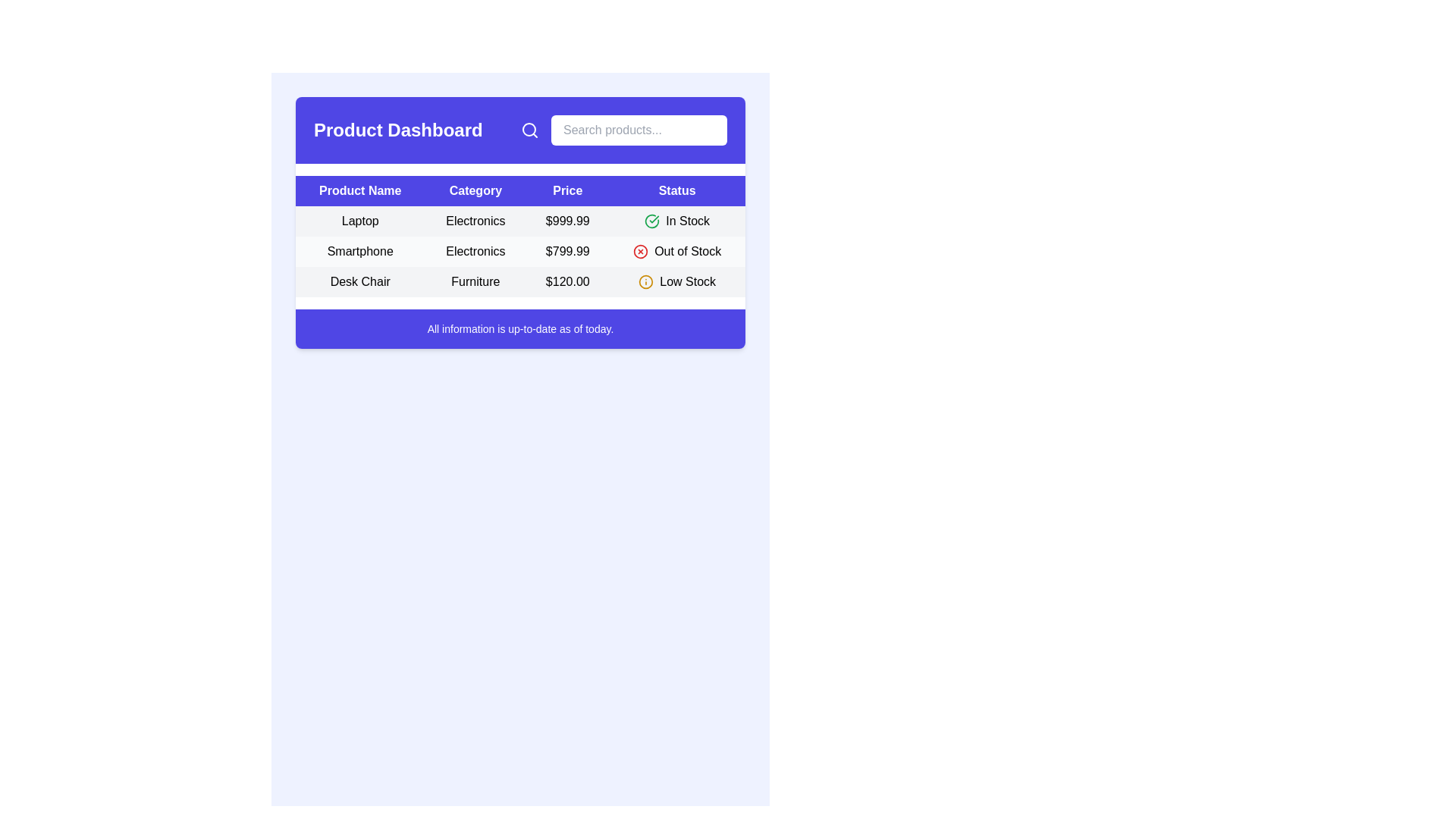 The height and width of the screenshot is (819, 1456). I want to click on the circular shape at the center of the search icon, which is part of the SVG representing a magnifying glass, located to the right of the 'Product Dashboard' title and to the left of the search bar, so click(529, 128).